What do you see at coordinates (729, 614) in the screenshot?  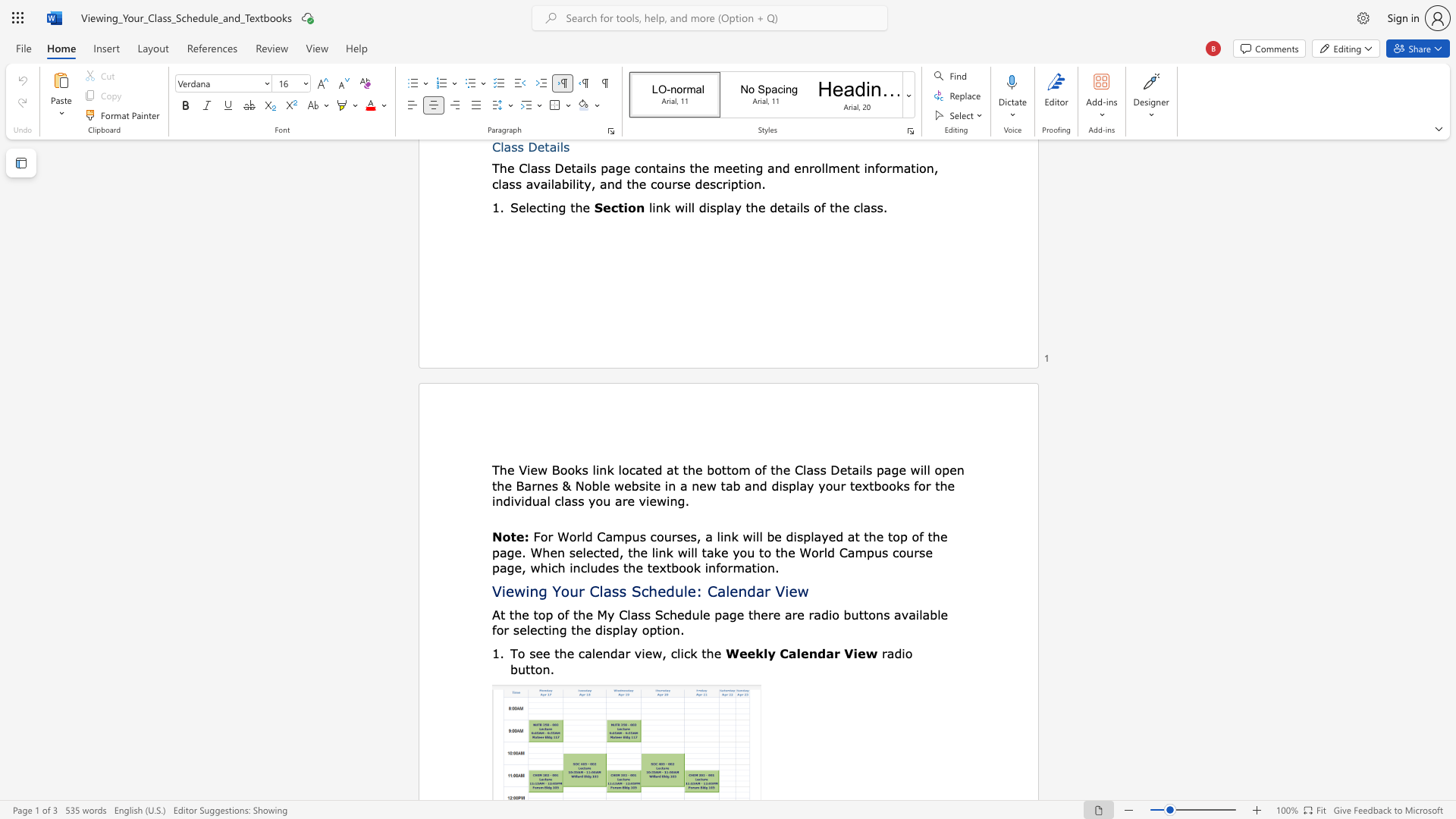 I see `the subset text "ge there are radio buttons availa" within the text "At the top of the My Class Schedule page there are radio buttons available for selecting the display"` at bounding box center [729, 614].